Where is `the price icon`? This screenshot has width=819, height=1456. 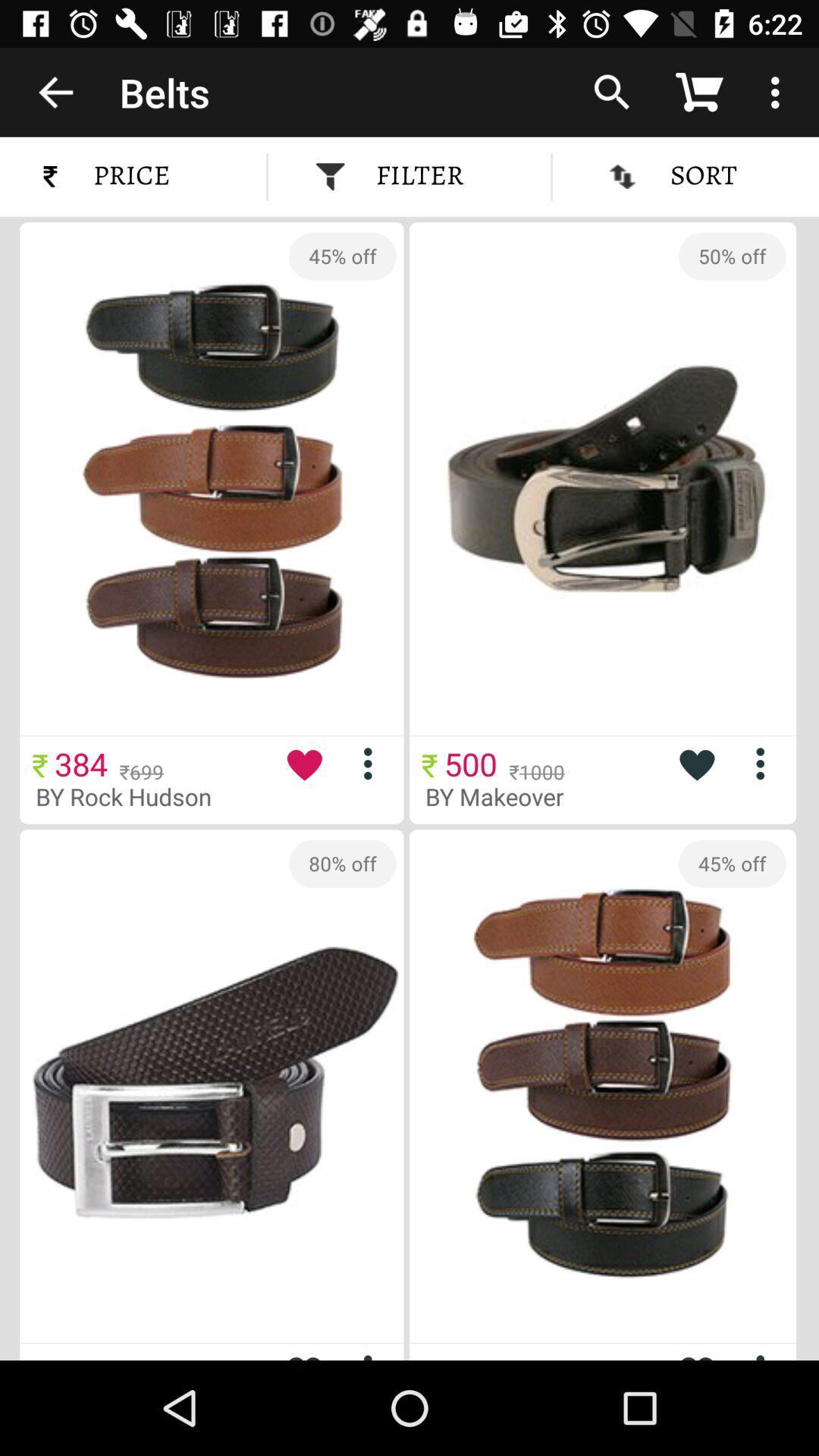
the price icon is located at coordinates (124, 177).